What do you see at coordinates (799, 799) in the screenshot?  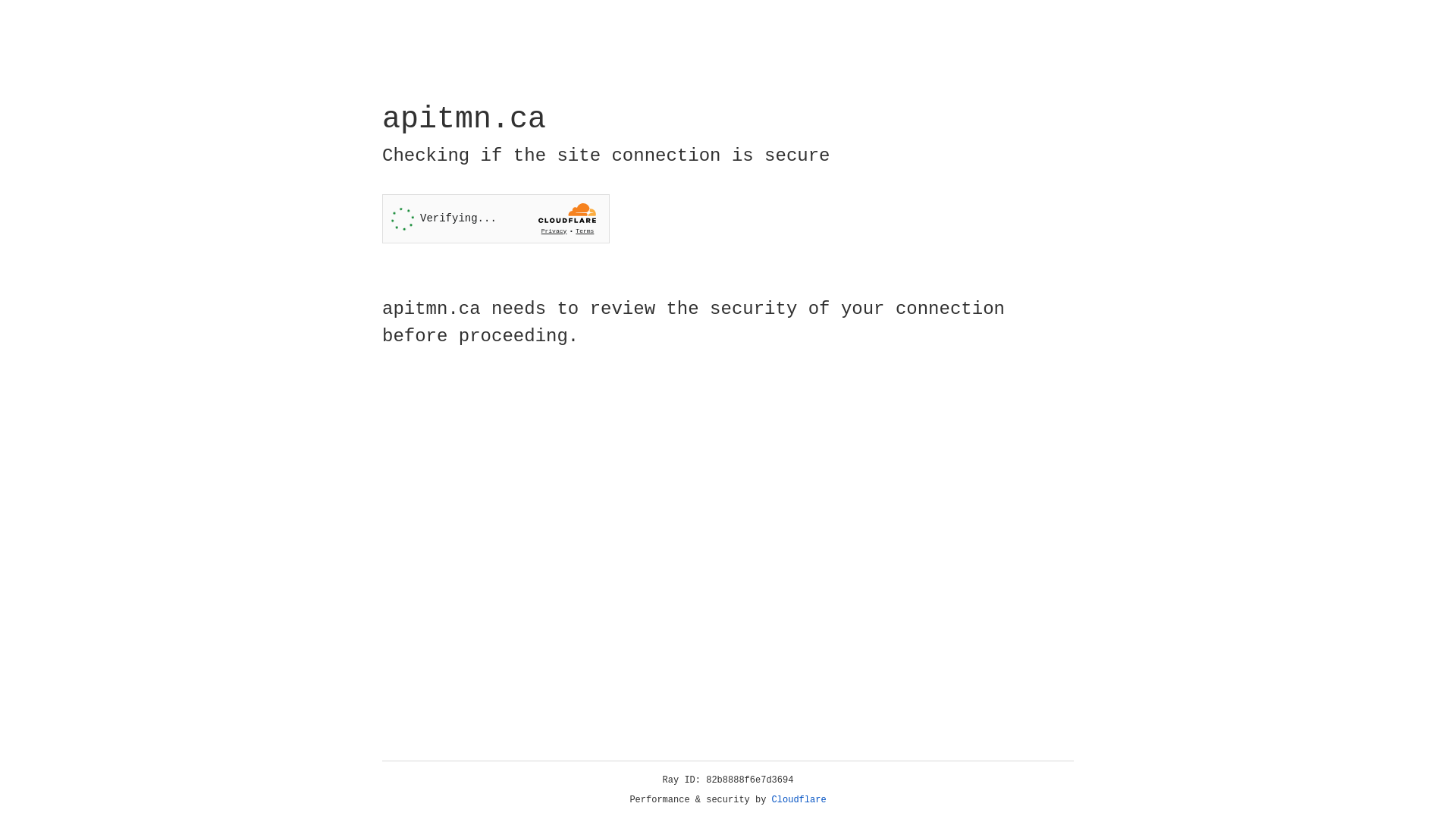 I see `'Cloudflare'` at bounding box center [799, 799].